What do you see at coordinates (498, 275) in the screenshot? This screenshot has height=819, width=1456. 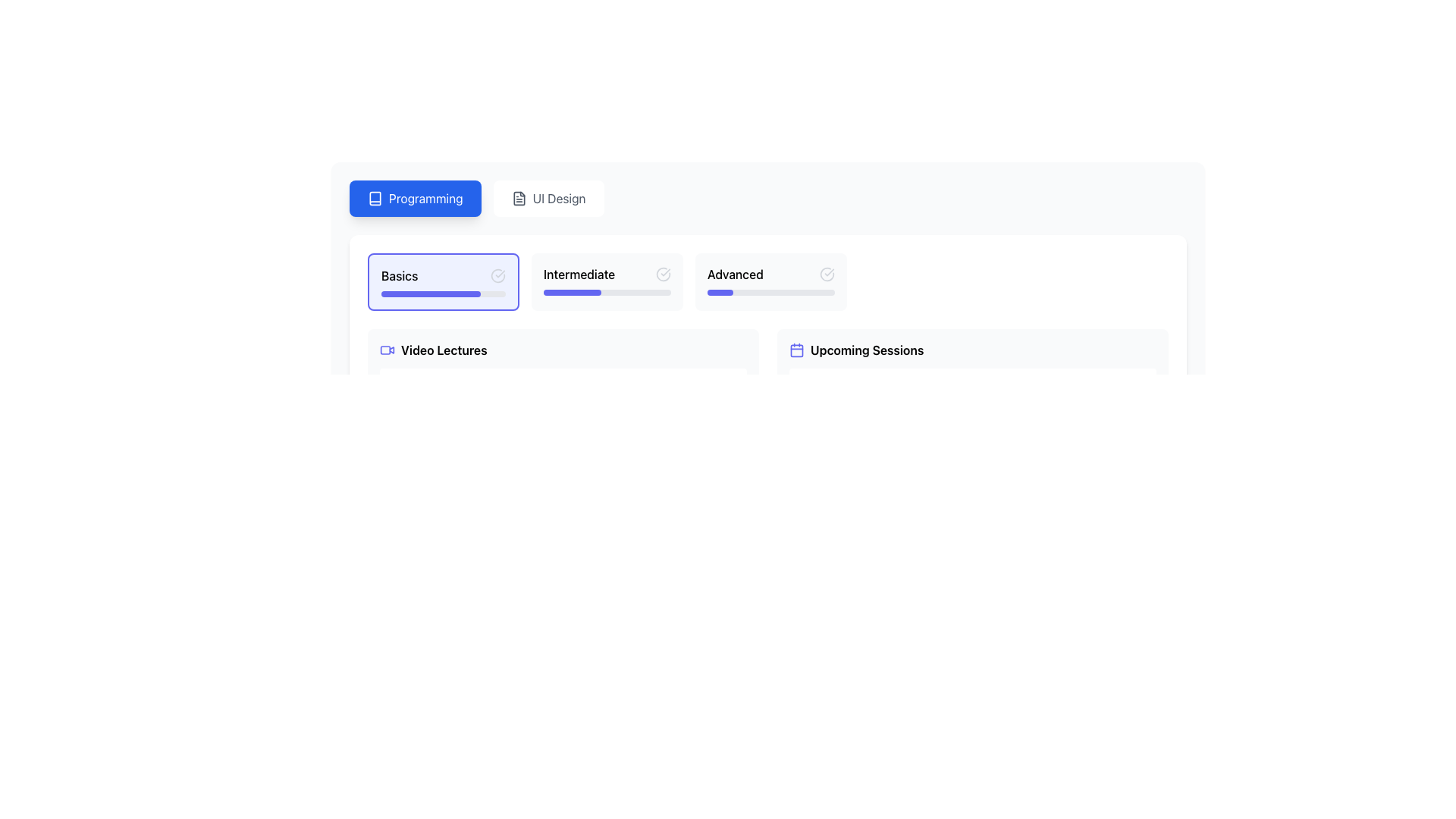 I see `the circular icon with an open outline located on the right-hand side of the 'Basics' section header in the 'Programming' options` at bounding box center [498, 275].